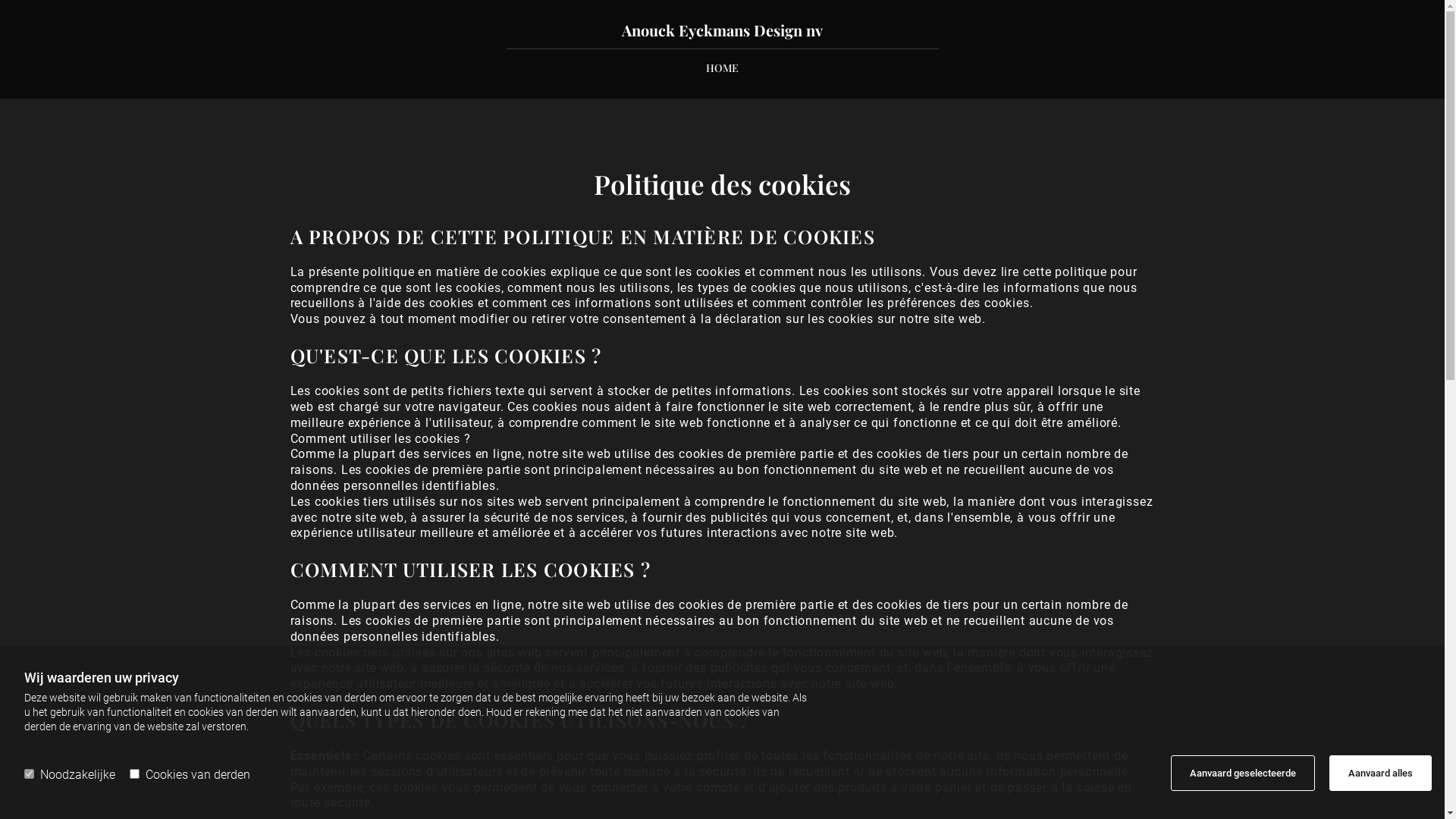 This screenshot has width=1456, height=819. I want to click on 'HOME', so click(721, 68).